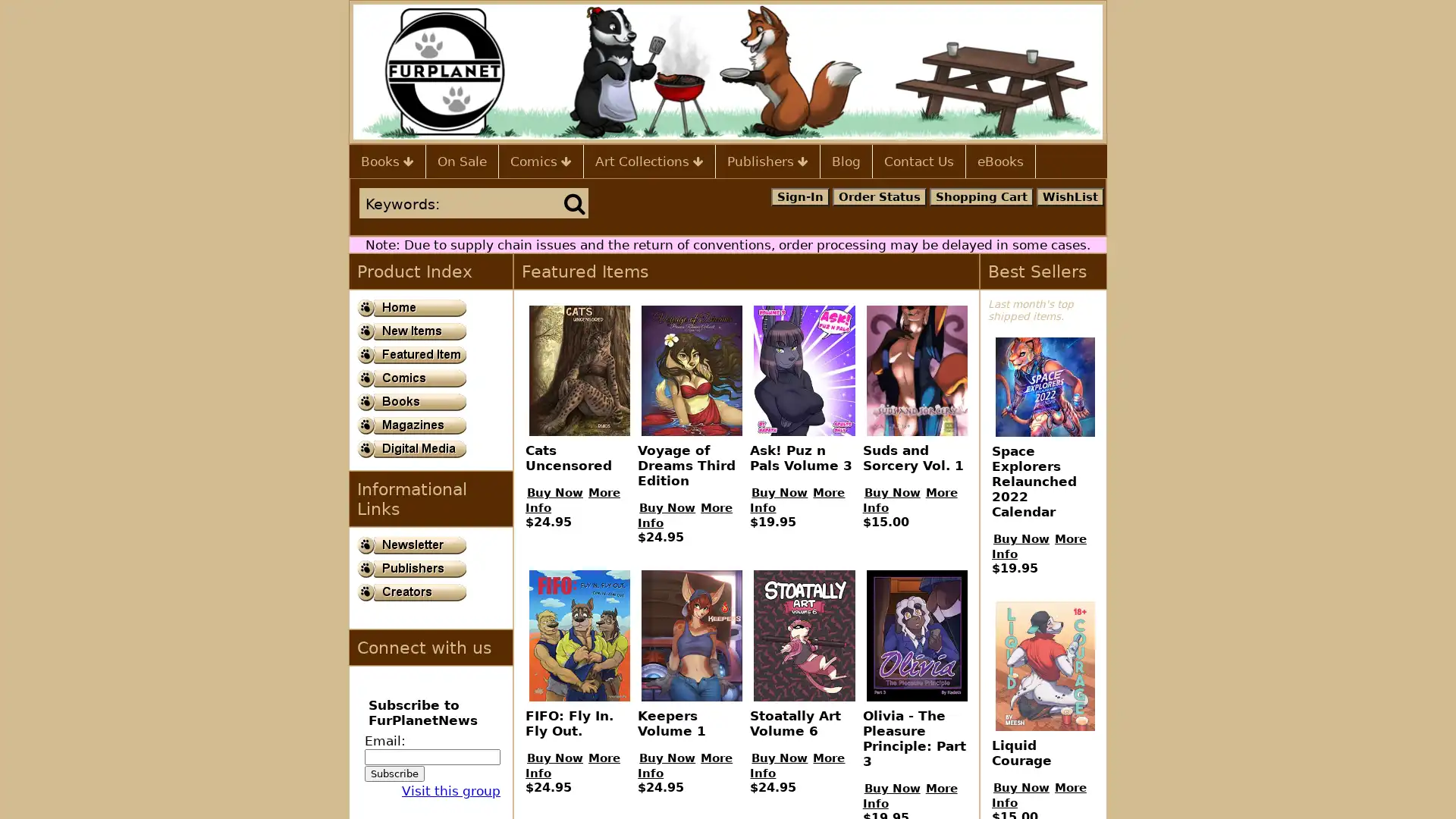  I want to click on Shopping Cart, so click(981, 195).